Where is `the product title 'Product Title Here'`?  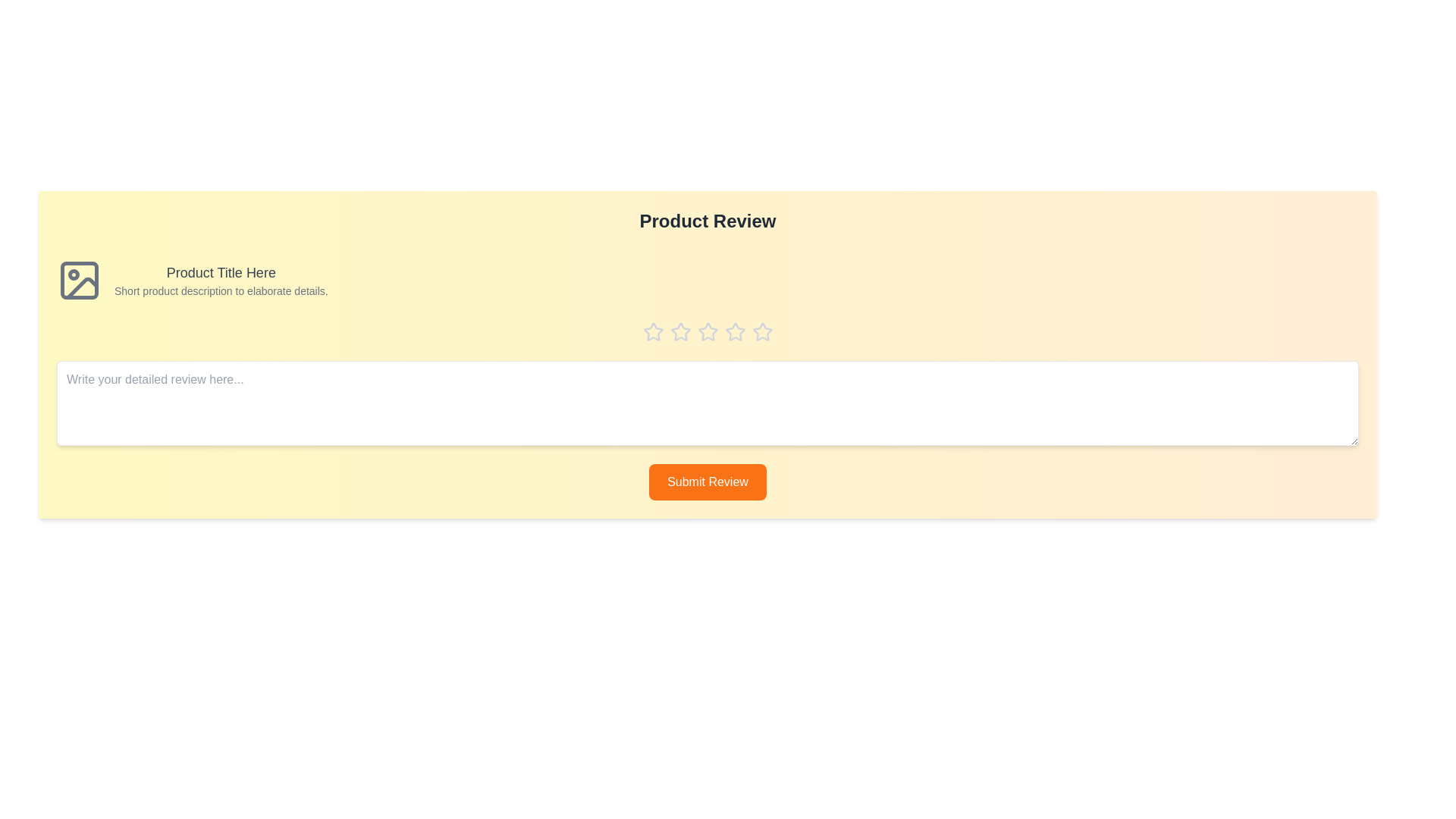 the product title 'Product Title Here' is located at coordinates (220, 271).